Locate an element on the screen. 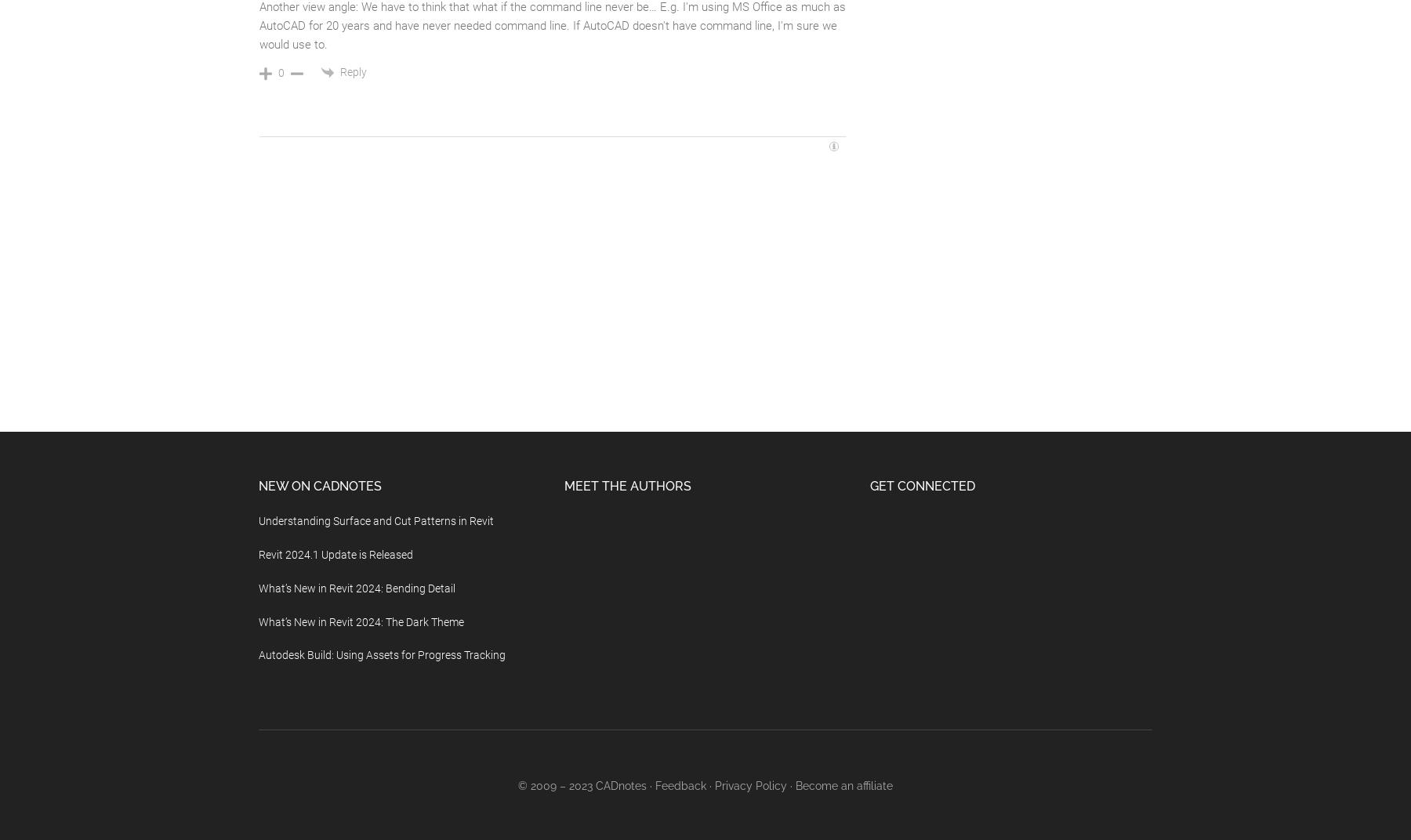 The width and height of the screenshot is (1411, 840). 'Meet the Authors' is located at coordinates (628, 486).